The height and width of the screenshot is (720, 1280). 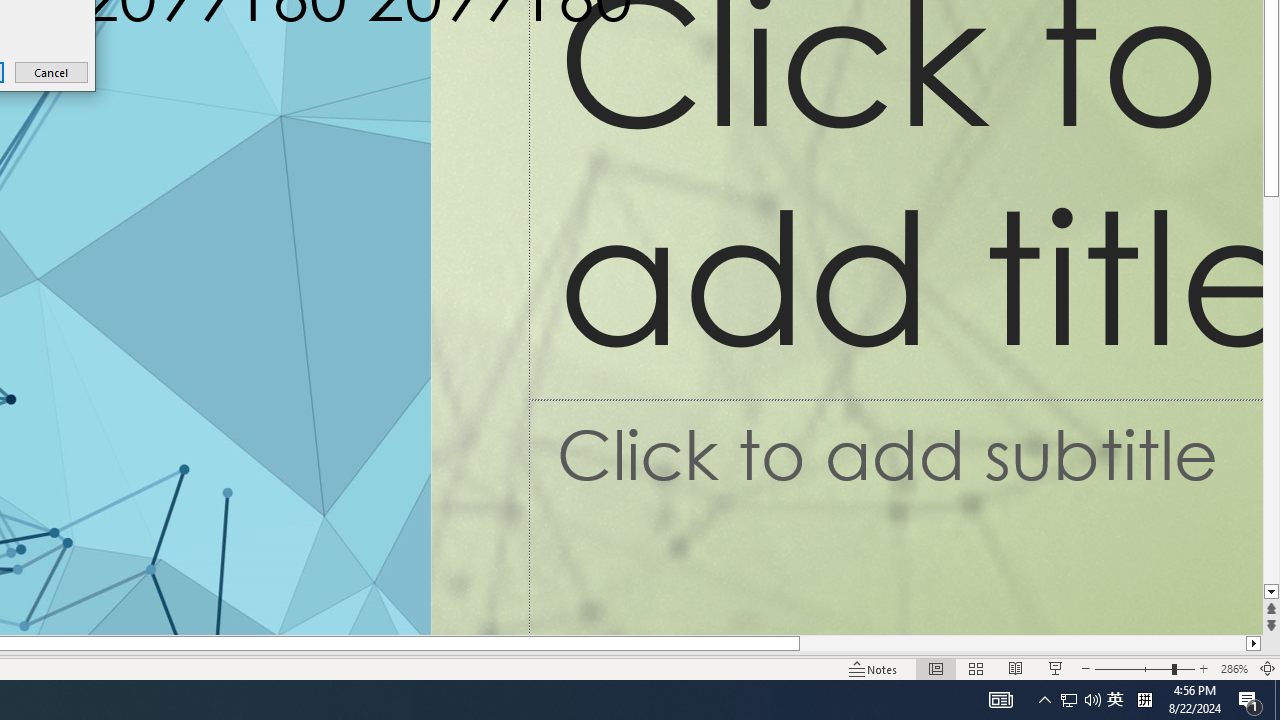 What do you see at coordinates (51, 71) in the screenshot?
I see `'Cancel'` at bounding box center [51, 71].